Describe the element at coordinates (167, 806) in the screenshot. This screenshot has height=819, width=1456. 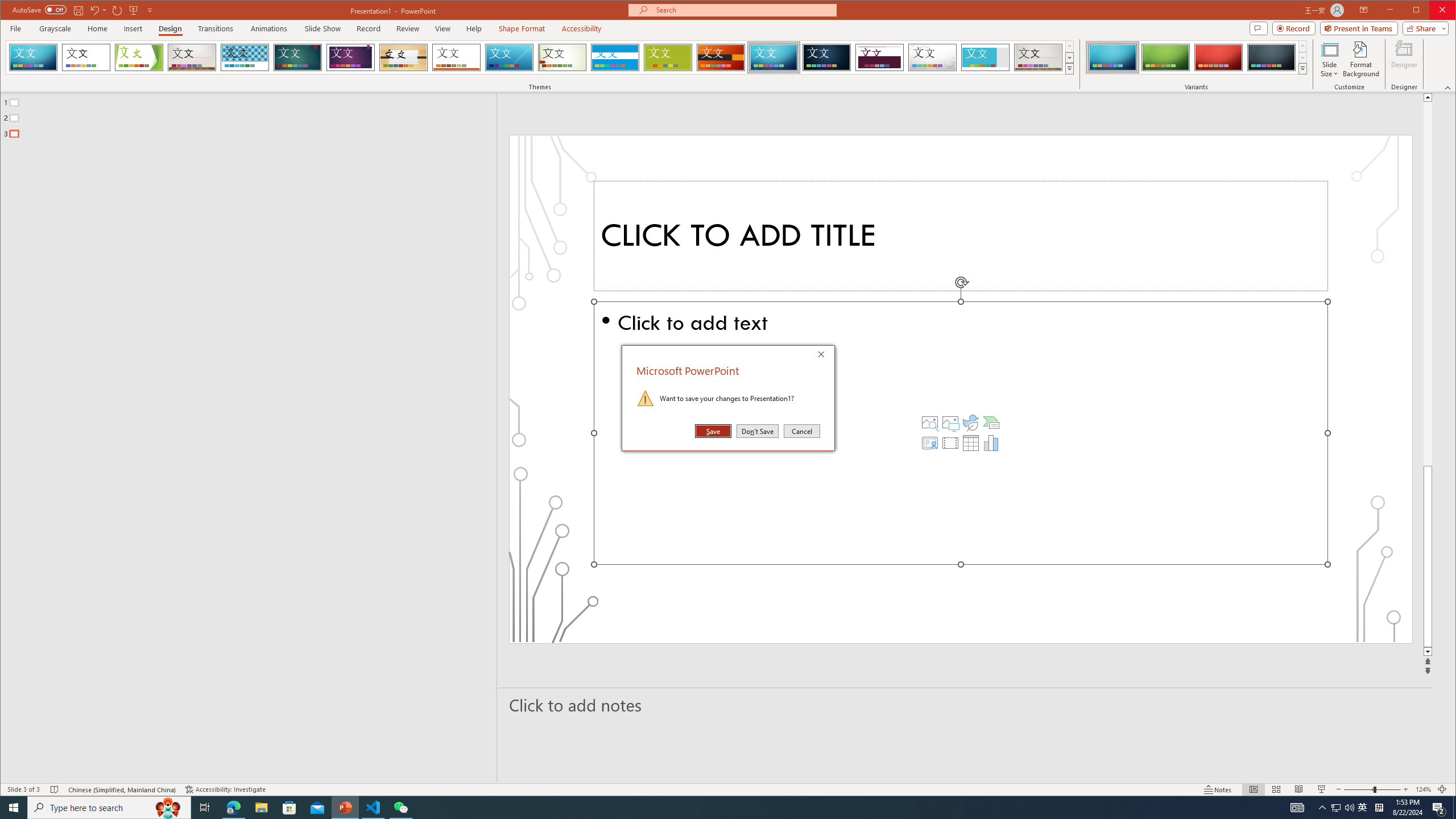
I see `'Search highlights icon opens search home window'` at that location.